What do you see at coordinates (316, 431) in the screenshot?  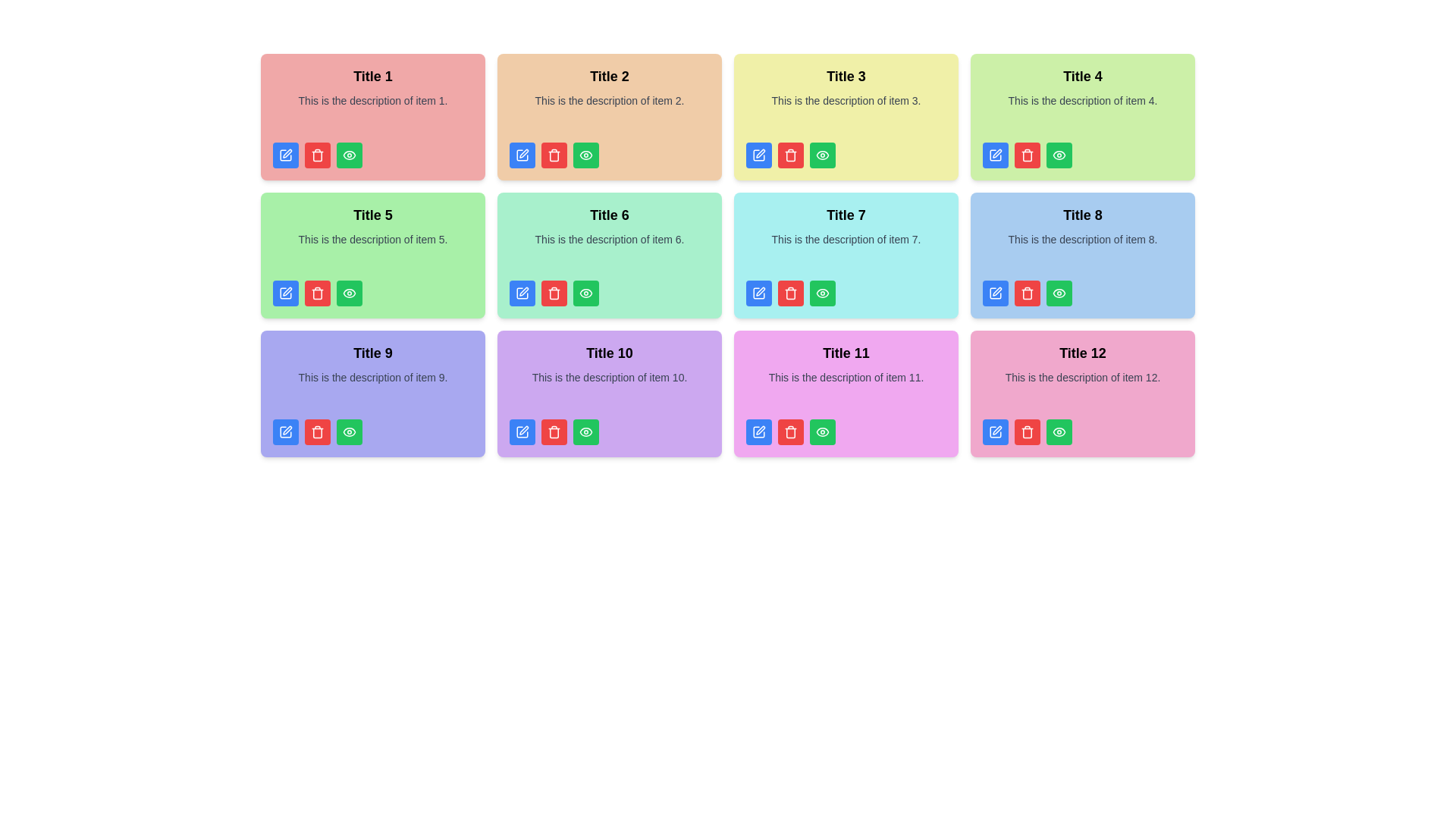 I see `the delete icon located as the second icon from the left in the bottom row of interactive buttons within the card titled 'Title 9' to initiate the delete function` at bounding box center [316, 431].